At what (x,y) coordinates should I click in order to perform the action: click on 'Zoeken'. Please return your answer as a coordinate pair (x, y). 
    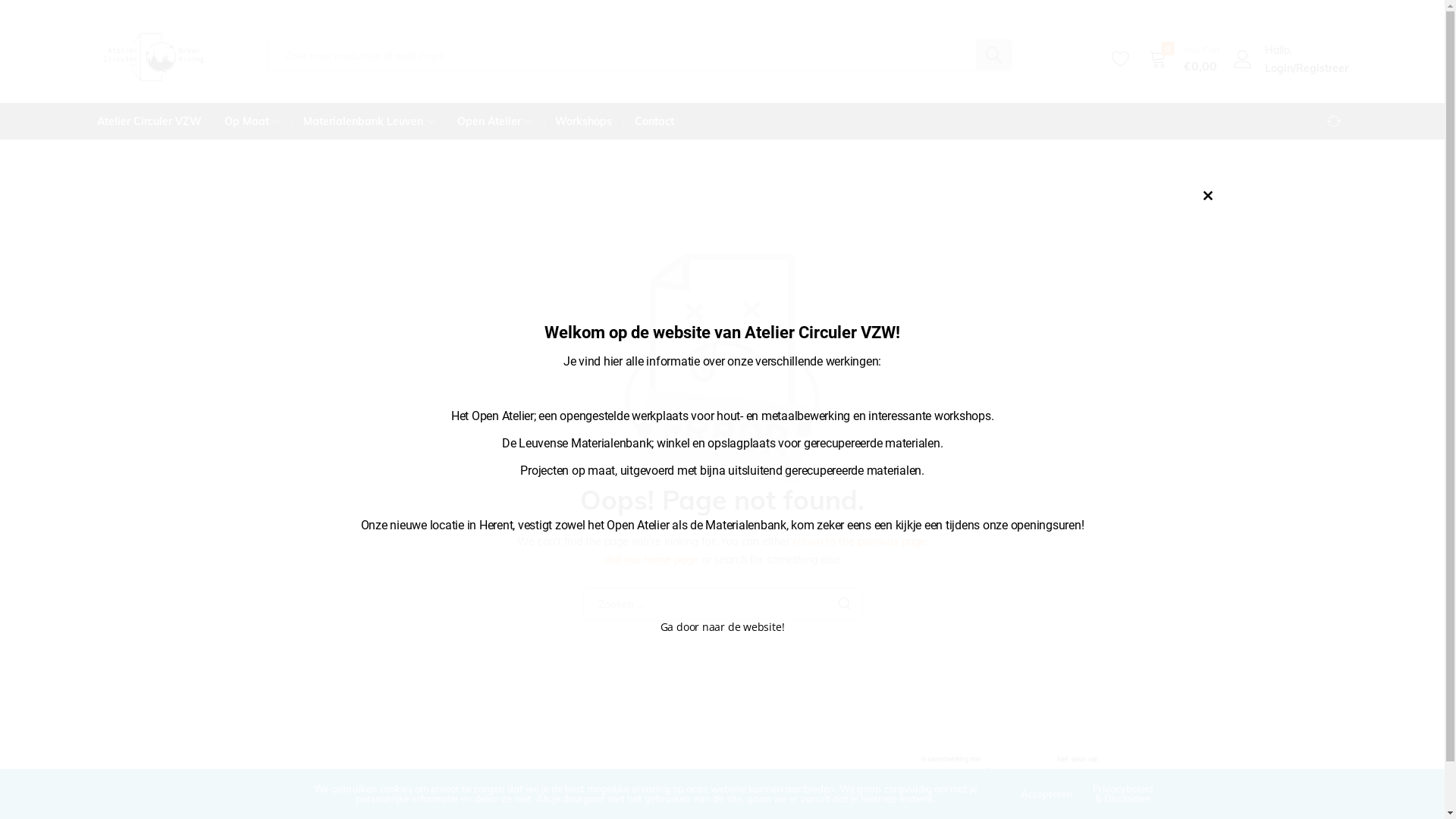
    Looking at the image, I should click on (844, 604).